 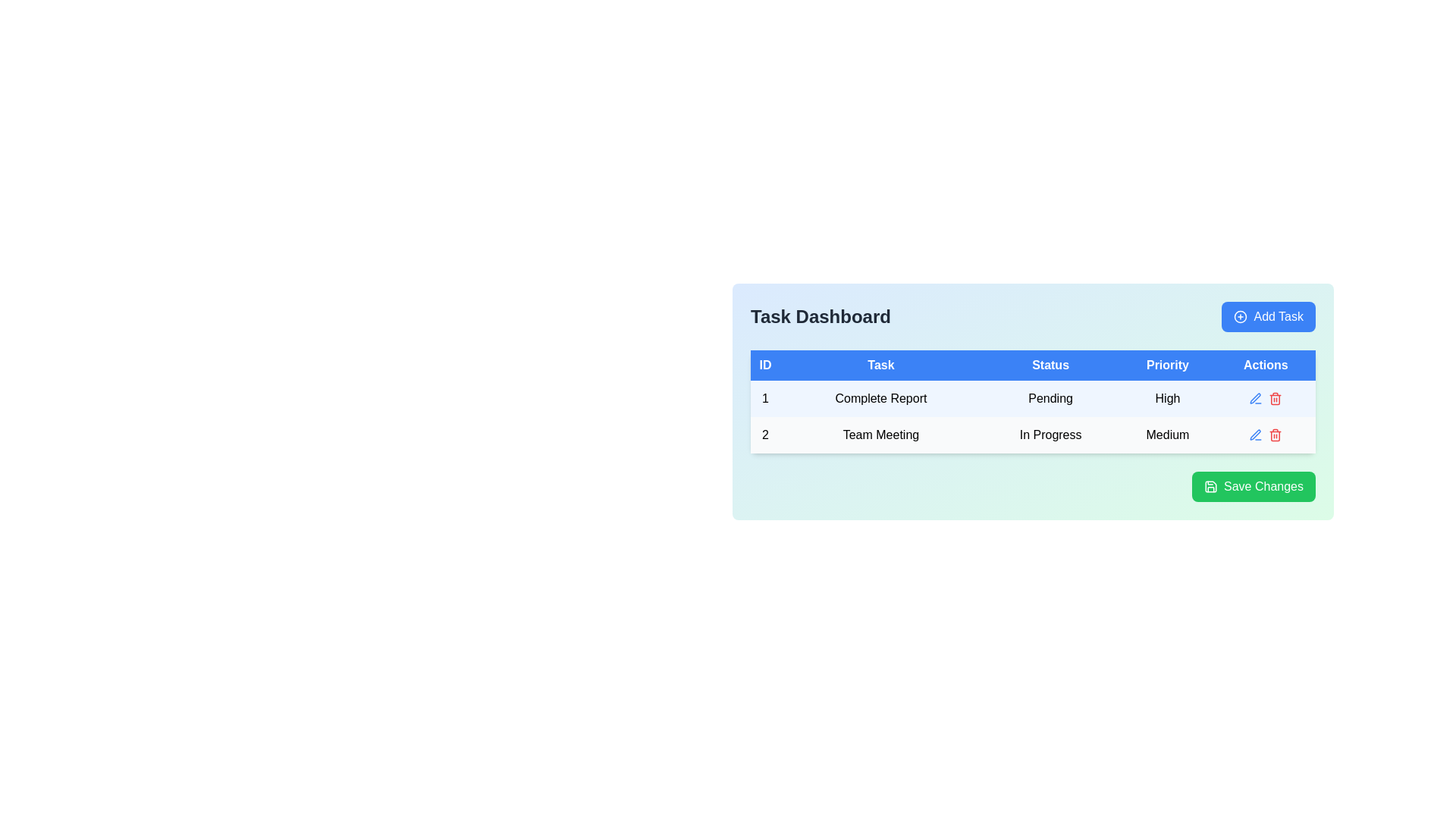 I want to click on the 'Priority' text label header element, which is displayed in white on a blue background, so click(x=1167, y=366).